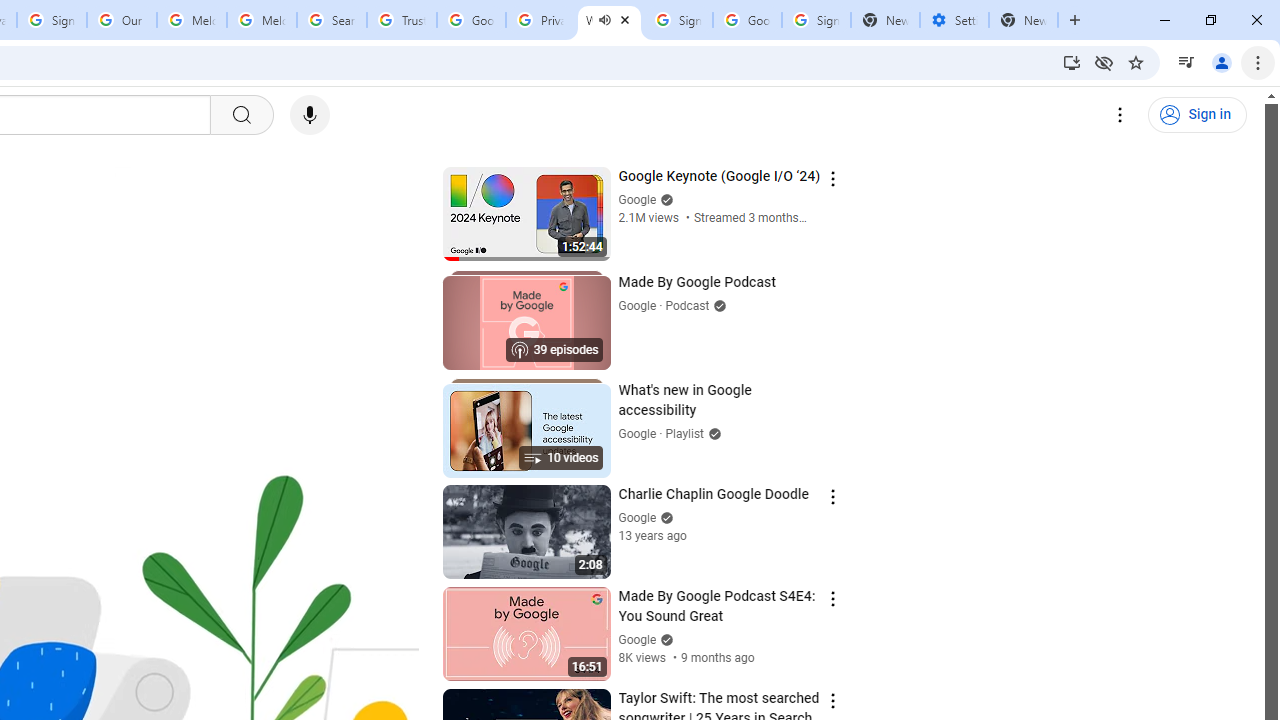 This screenshot has width=1280, height=720. Describe the element at coordinates (816, 20) in the screenshot. I see `'Sign in - Google Accounts'` at that location.